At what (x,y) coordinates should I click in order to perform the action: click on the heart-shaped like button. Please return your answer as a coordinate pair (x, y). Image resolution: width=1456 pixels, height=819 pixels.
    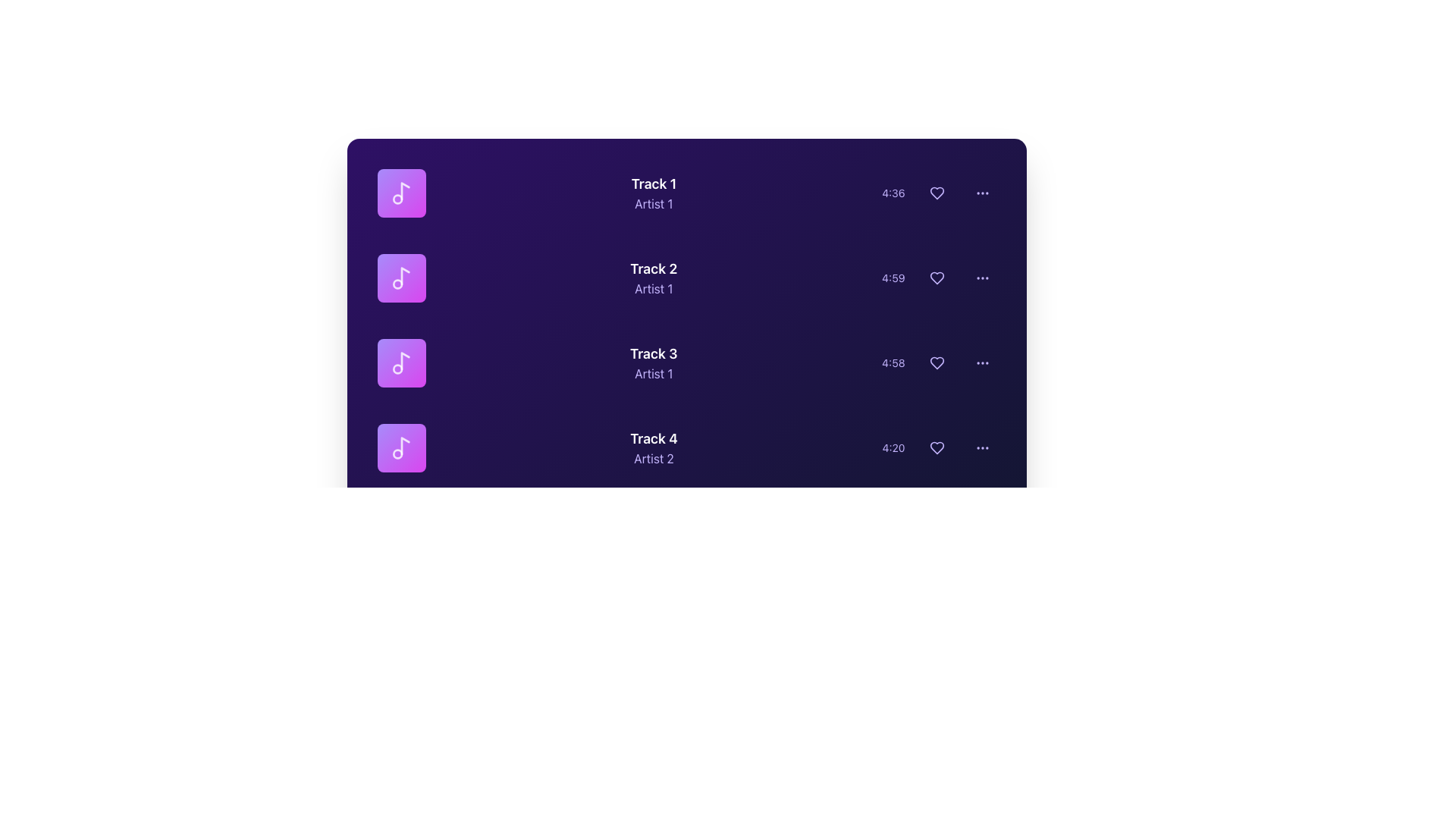
    Looking at the image, I should click on (936, 362).